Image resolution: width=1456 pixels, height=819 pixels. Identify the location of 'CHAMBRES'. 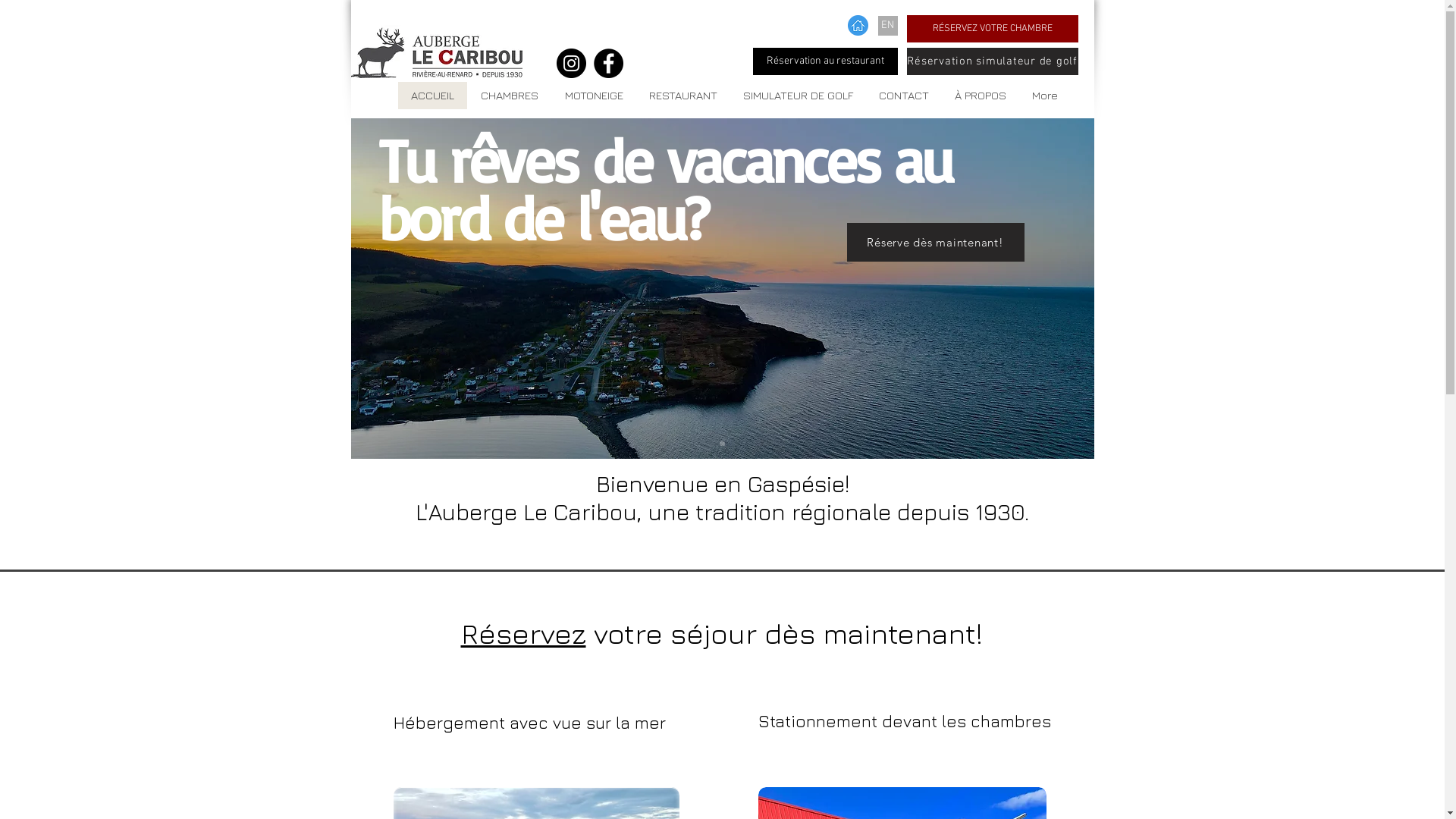
(509, 96).